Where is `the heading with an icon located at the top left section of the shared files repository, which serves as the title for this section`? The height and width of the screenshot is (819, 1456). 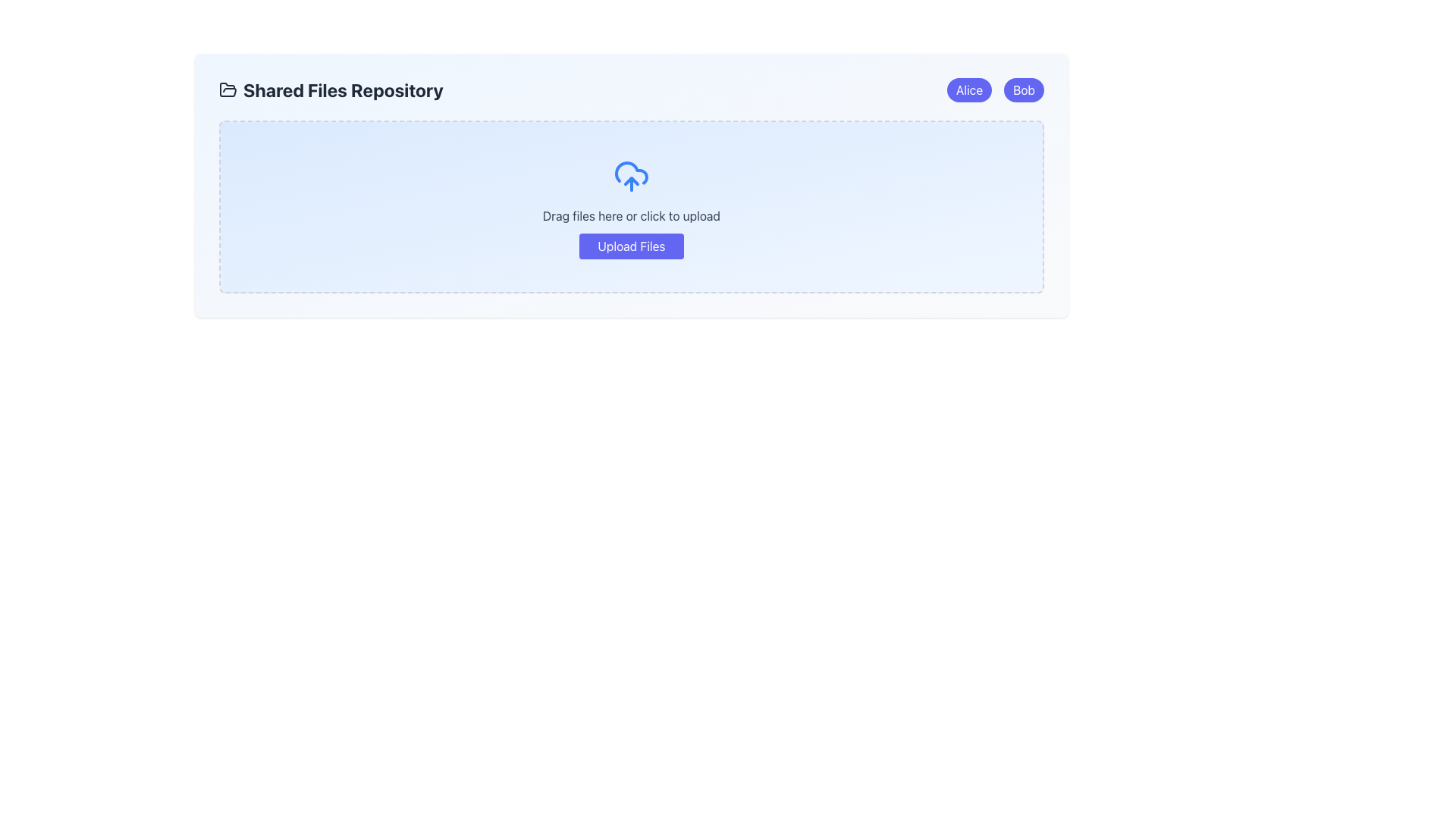 the heading with an icon located at the top left section of the shared files repository, which serves as the title for this section is located at coordinates (330, 90).